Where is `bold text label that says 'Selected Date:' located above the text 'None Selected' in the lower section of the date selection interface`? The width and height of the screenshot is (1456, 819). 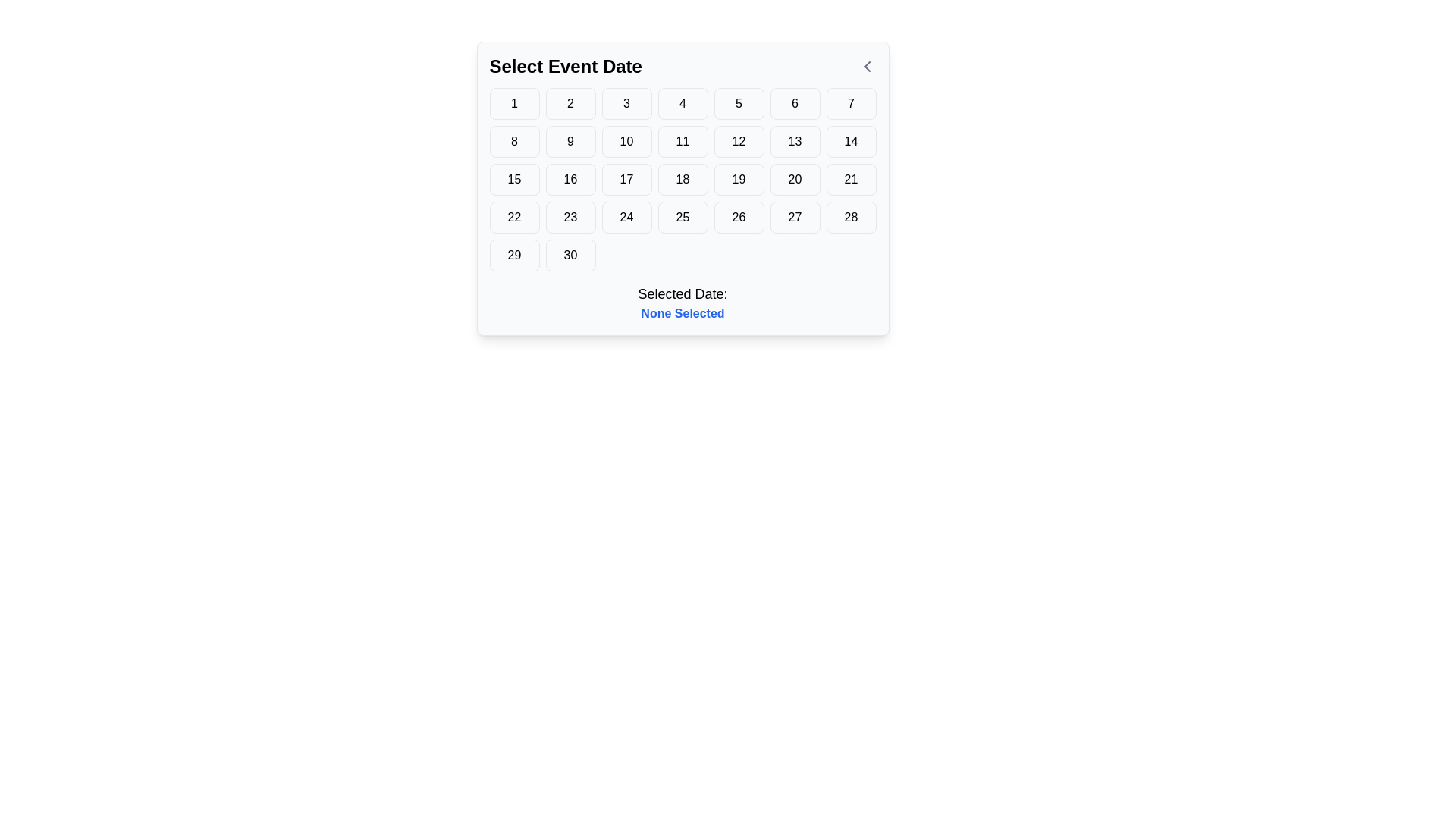
bold text label that says 'Selected Date:' located above the text 'None Selected' in the lower section of the date selection interface is located at coordinates (682, 294).